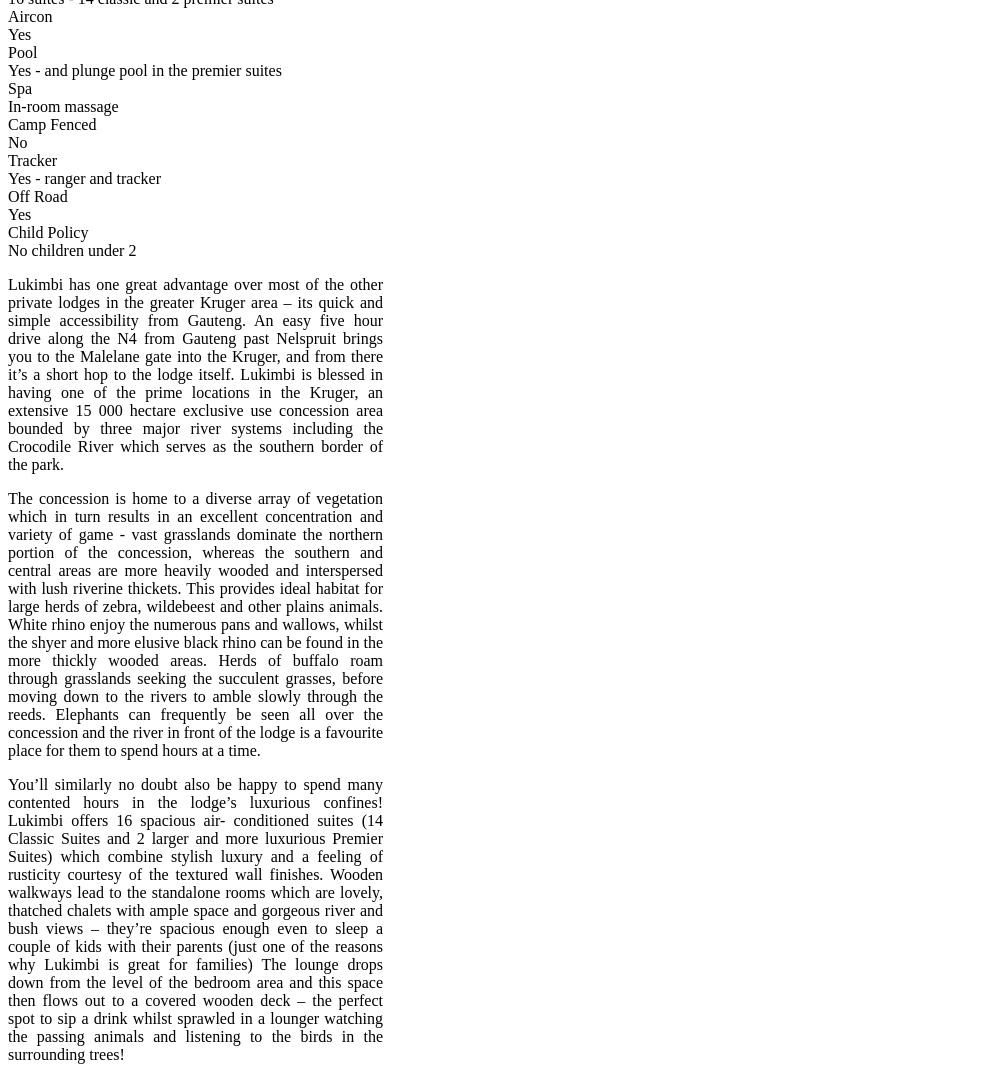 Image resolution: width=998 pixels, height=1073 pixels. What do you see at coordinates (7, 51) in the screenshot?
I see `'Pool'` at bounding box center [7, 51].